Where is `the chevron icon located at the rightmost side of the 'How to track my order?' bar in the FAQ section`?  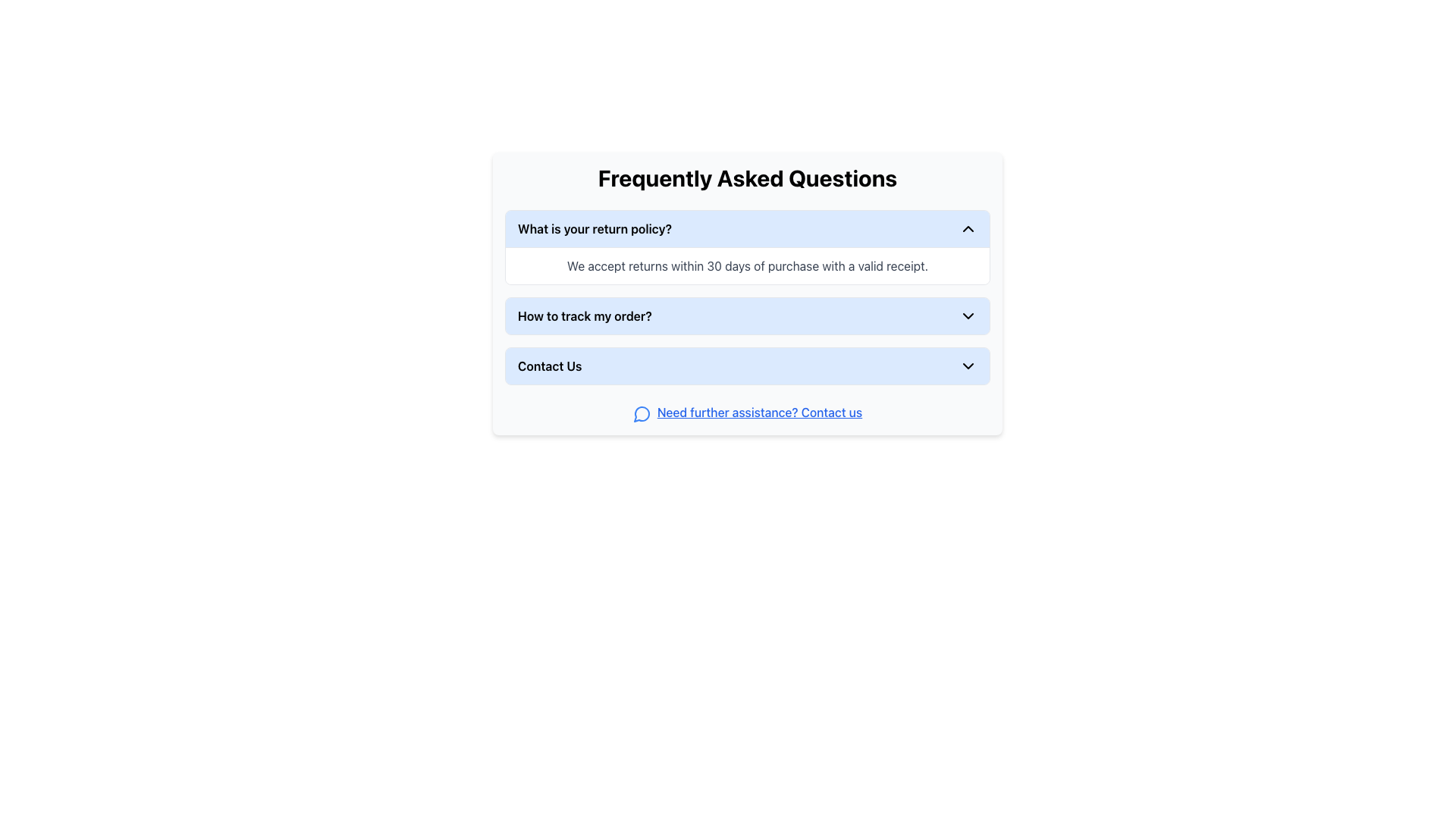 the chevron icon located at the rightmost side of the 'How to track my order?' bar in the FAQ section is located at coordinates (967, 315).